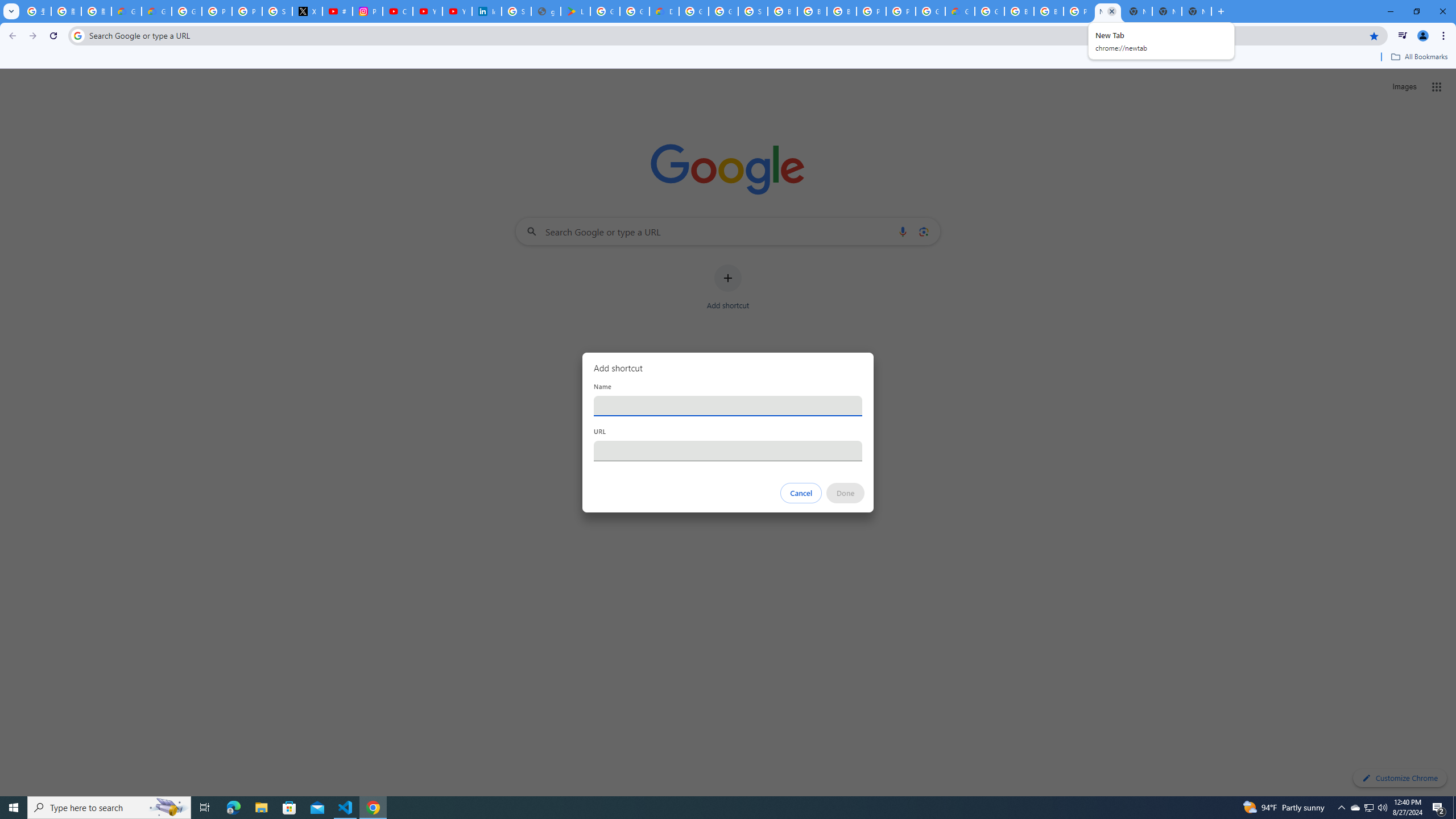 Image resolution: width=1456 pixels, height=819 pixels. Describe the element at coordinates (156, 11) in the screenshot. I see `'Google Cloud Privacy Notice'` at that location.